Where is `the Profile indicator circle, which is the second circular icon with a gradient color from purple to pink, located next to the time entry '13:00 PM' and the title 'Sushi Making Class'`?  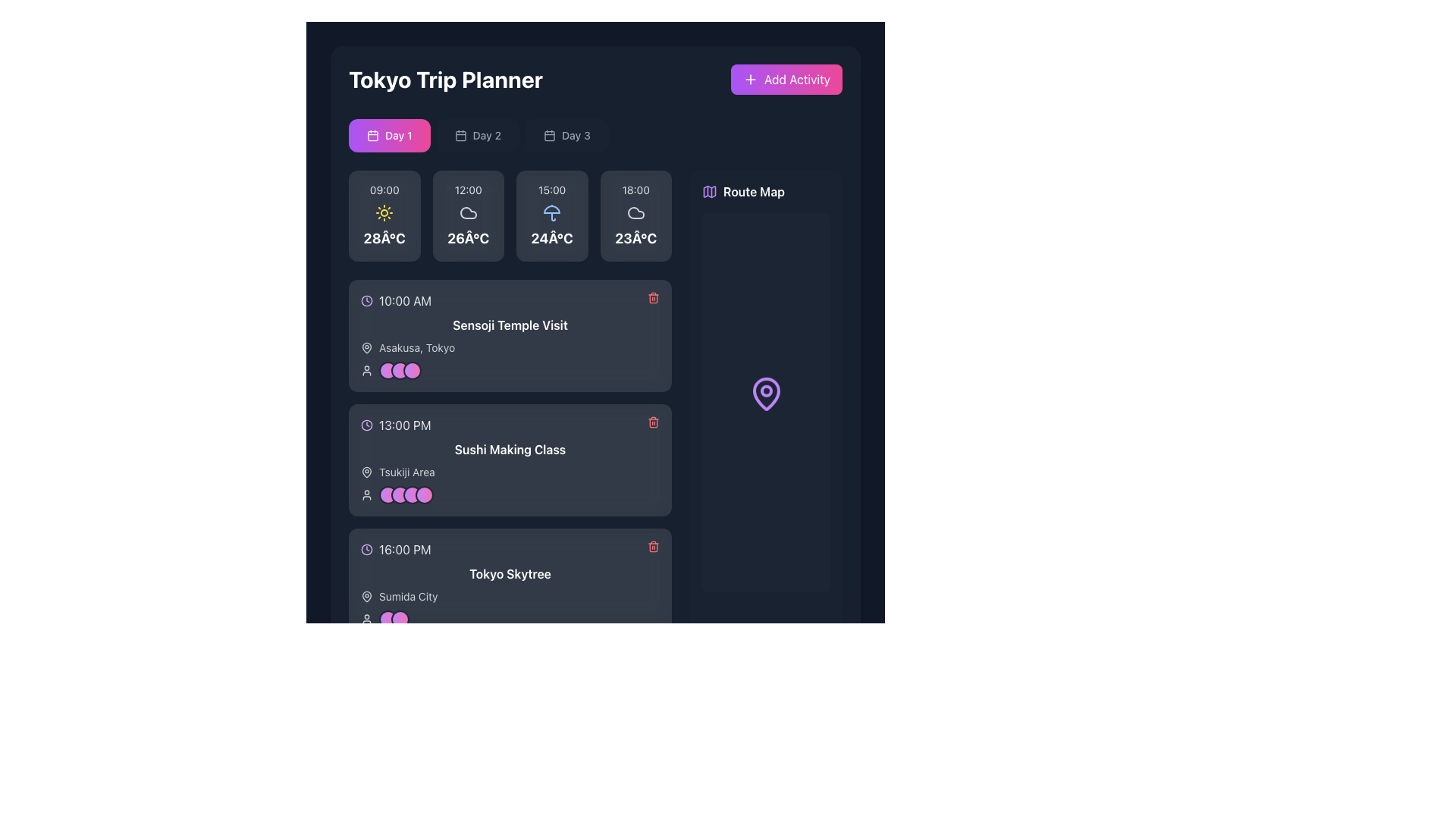 the Profile indicator circle, which is the second circular icon with a gradient color from purple to pink, located next to the time entry '13:00 PM' and the title 'Sushi Making Class' is located at coordinates (400, 494).